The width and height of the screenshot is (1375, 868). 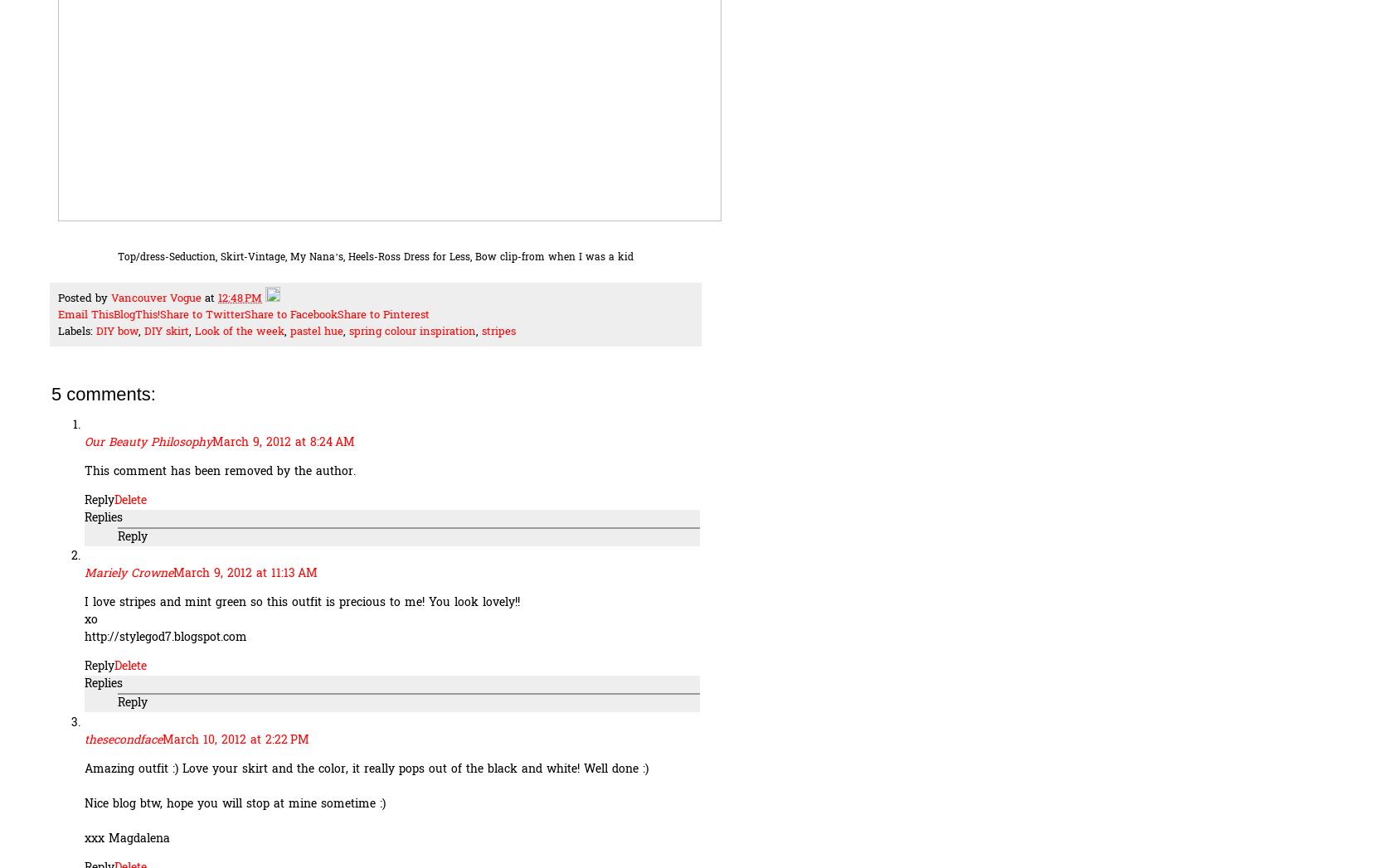 I want to click on 'thesecondface', so click(x=124, y=739).